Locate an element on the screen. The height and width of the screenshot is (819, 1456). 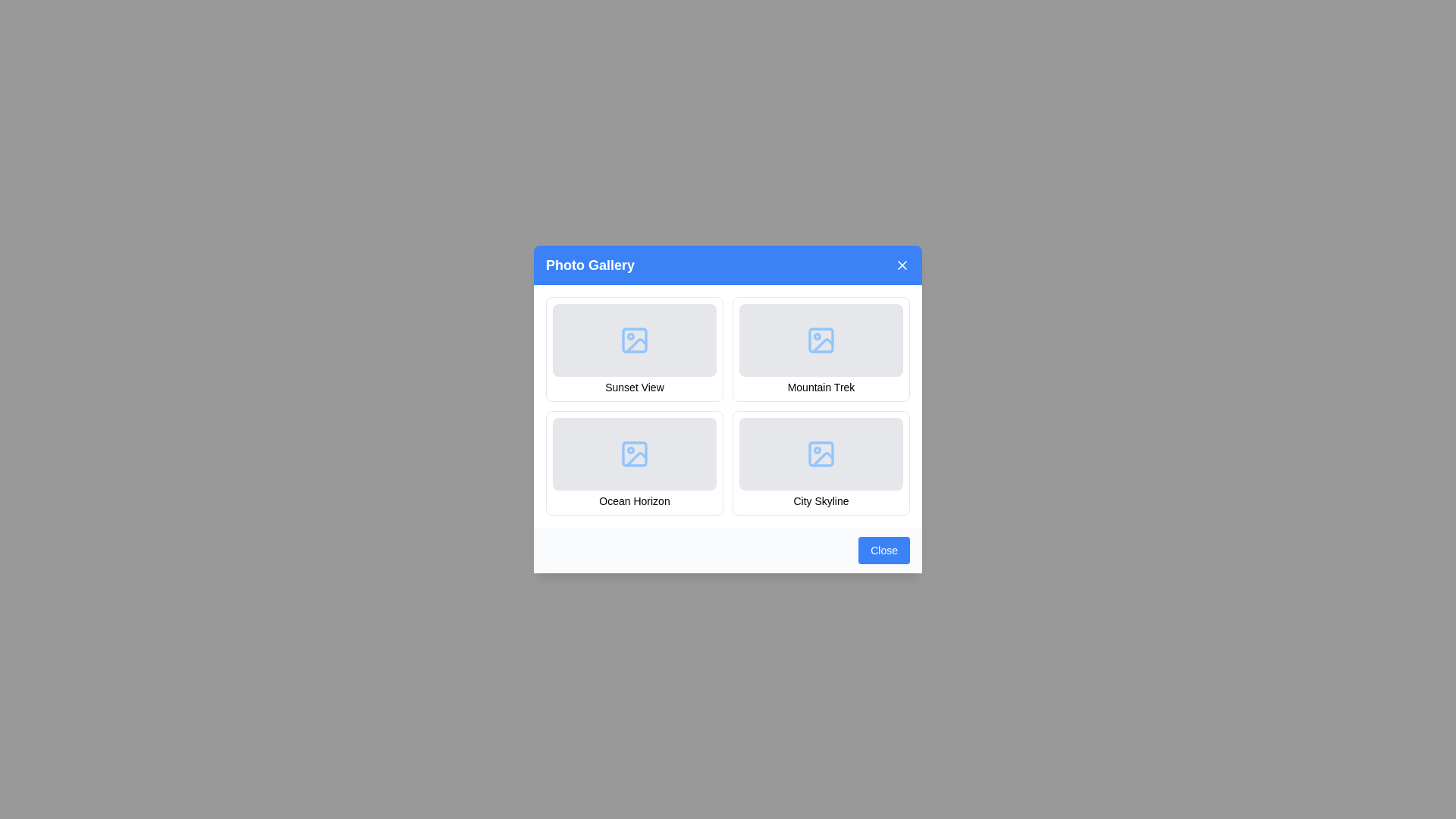
the close icon located at the top-right corner of the 'Photo Gallery' modal is located at coordinates (902, 265).